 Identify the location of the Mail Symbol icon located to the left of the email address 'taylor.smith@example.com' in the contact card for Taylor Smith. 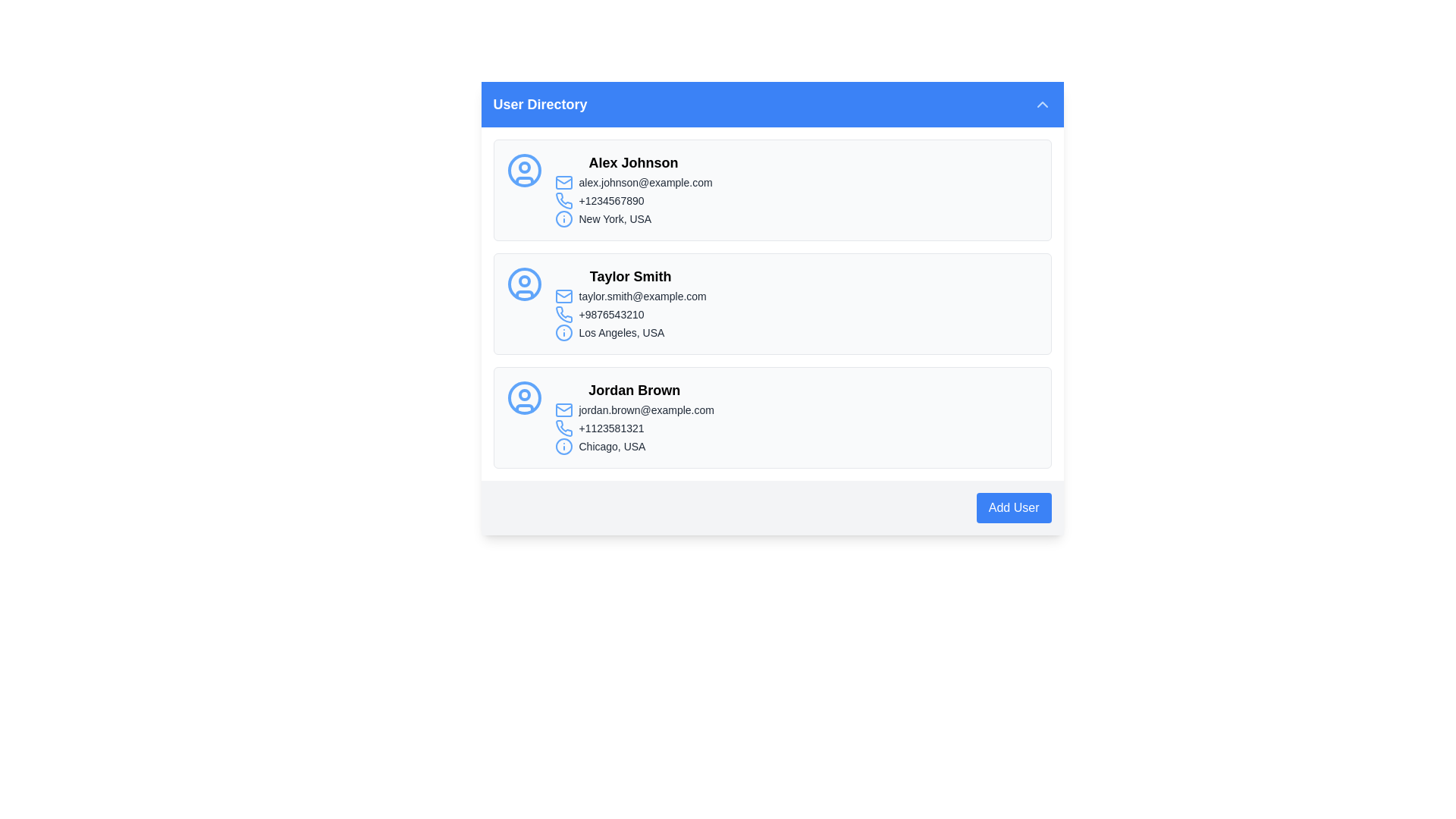
(563, 296).